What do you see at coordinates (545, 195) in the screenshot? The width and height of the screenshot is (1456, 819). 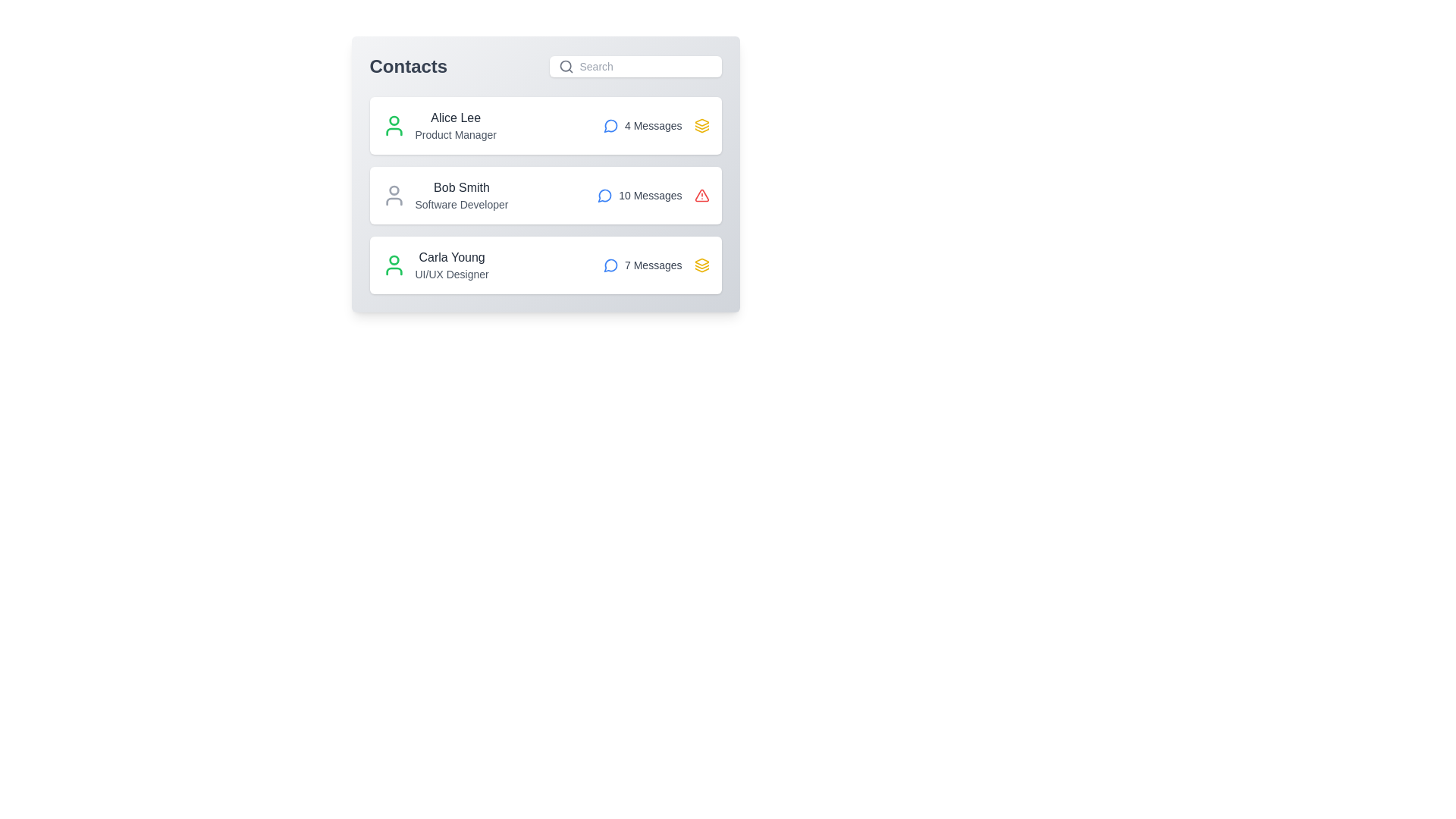 I see `the contact item corresponding to Bob Smith` at bounding box center [545, 195].